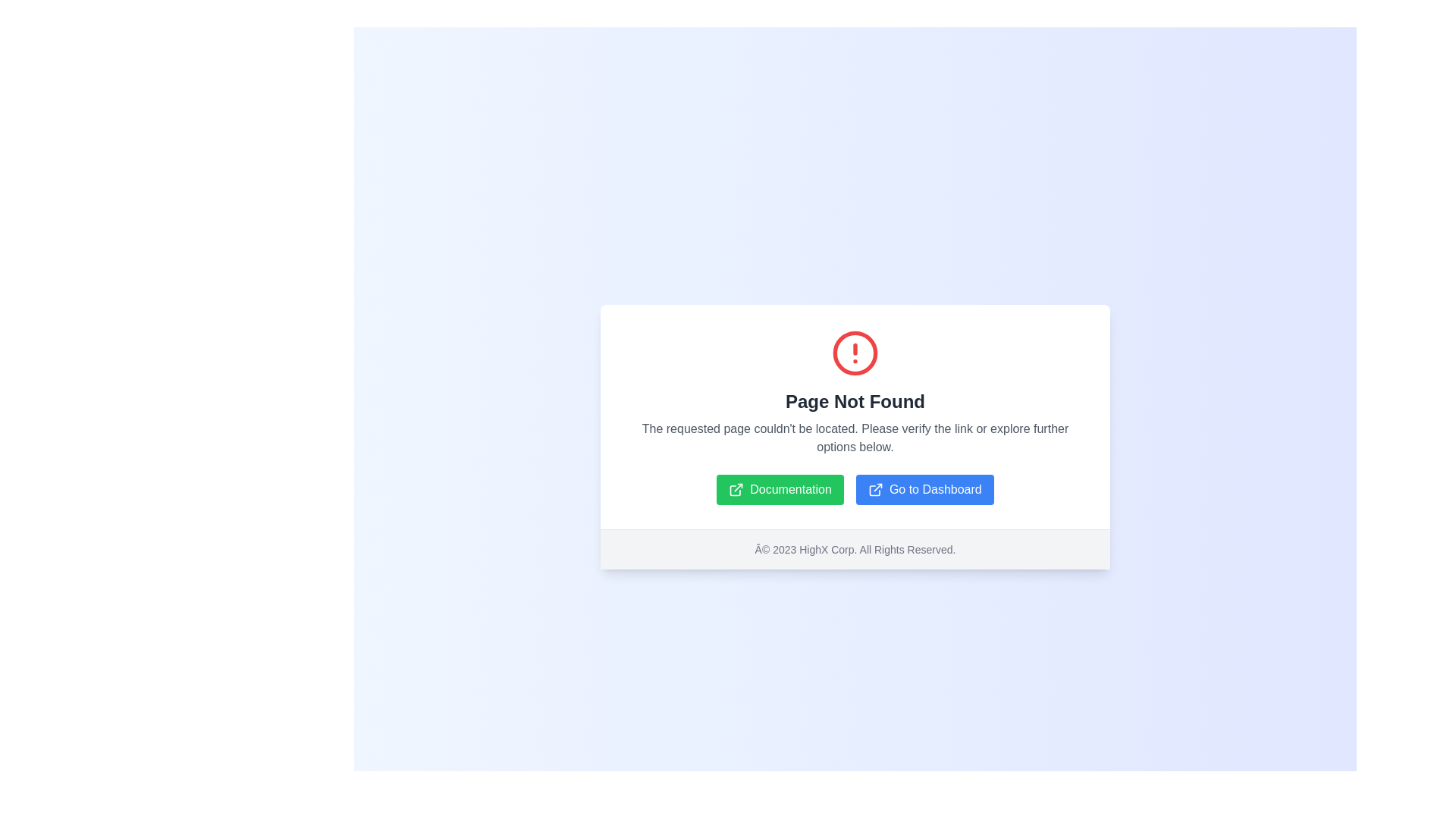  I want to click on text from the bold title text element that displays 'Page Not Found', which is located below a red warning icon and above a descriptive paragraph within a white card, so click(855, 400).